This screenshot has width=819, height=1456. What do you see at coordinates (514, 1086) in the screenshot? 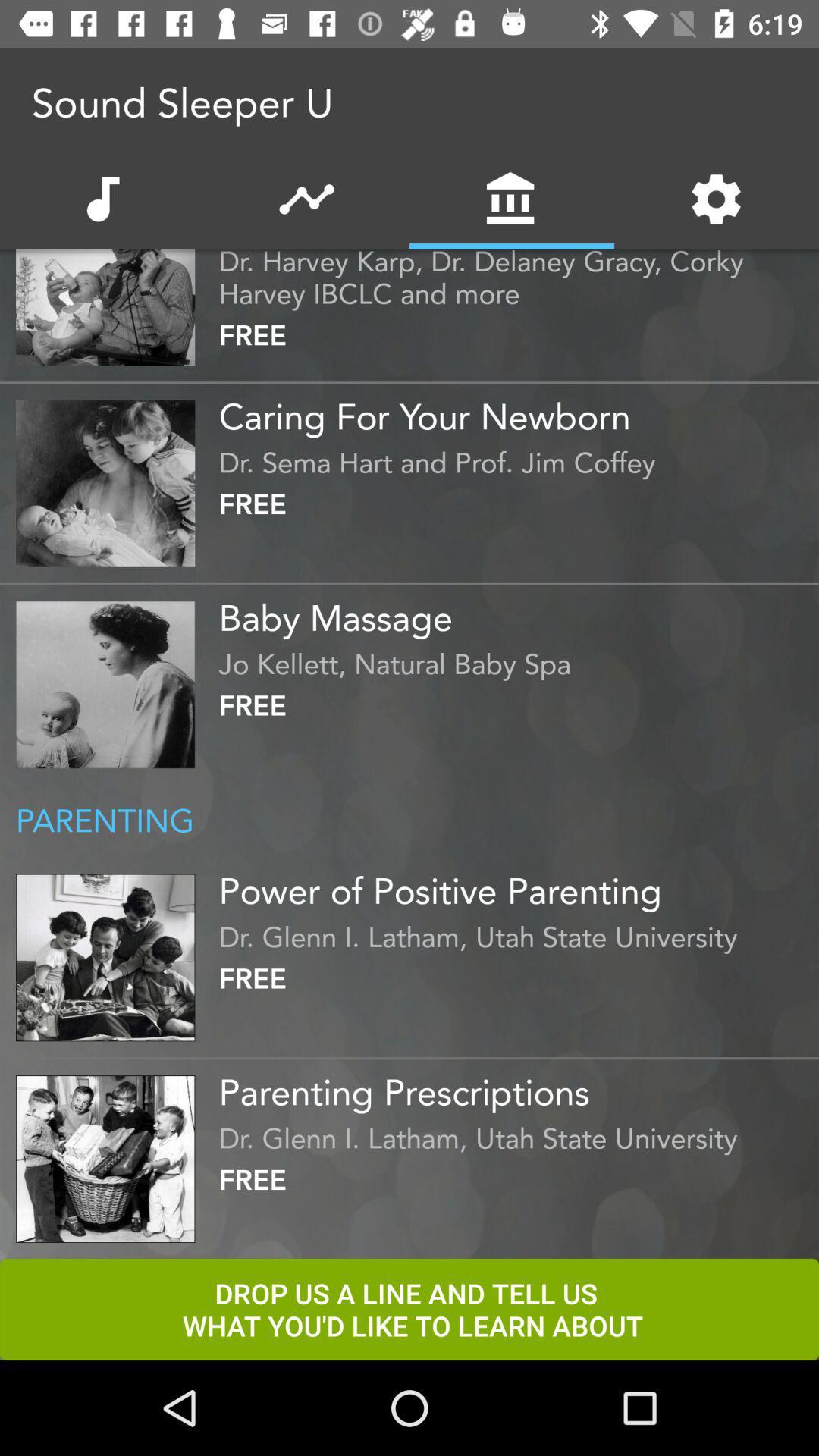
I see `item below free item` at bounding box center [514, 1086].